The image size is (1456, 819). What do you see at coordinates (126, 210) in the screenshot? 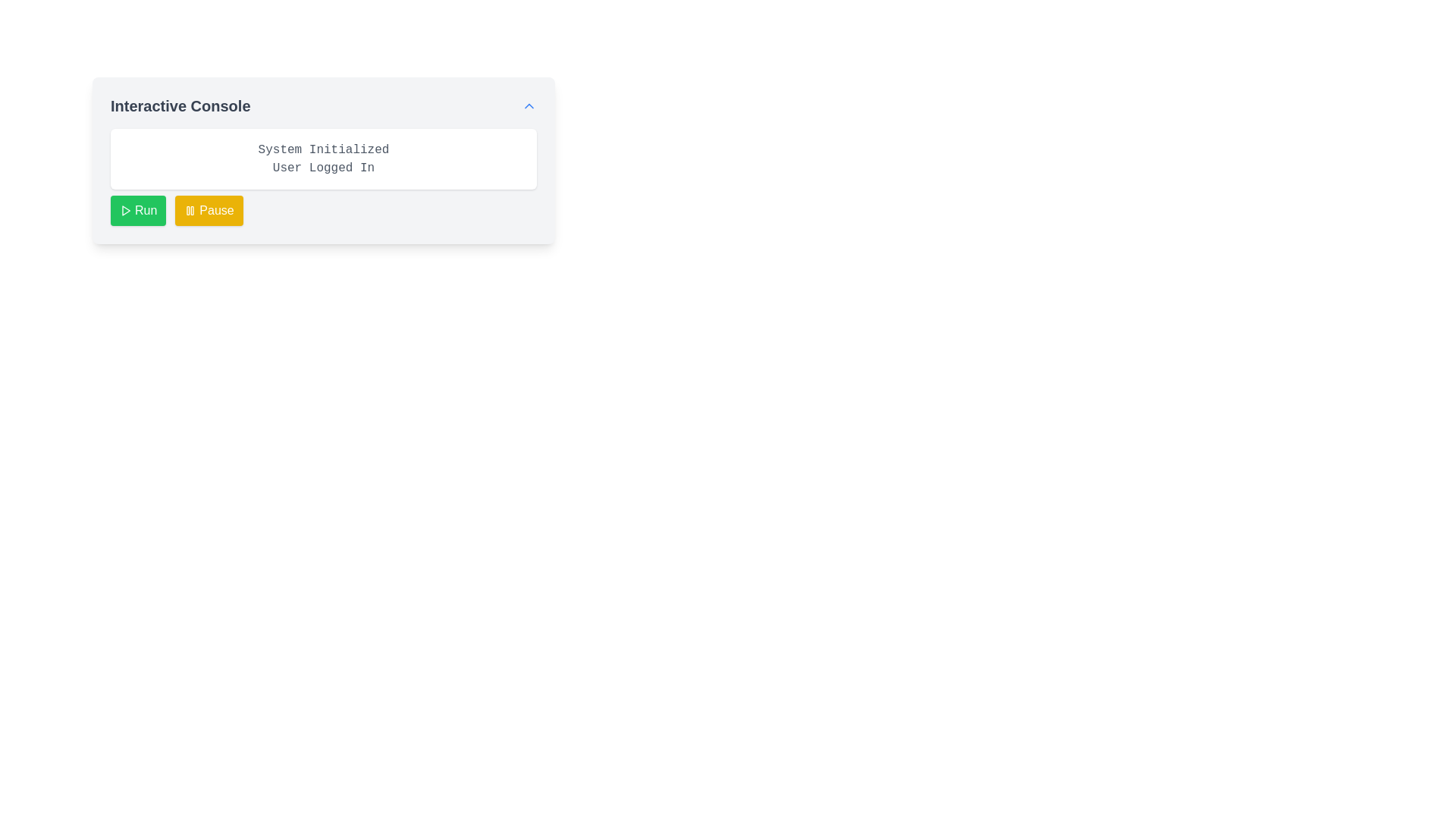
I see `the SVG-based icon that represents the action of running or starting a process, located to the left of the 'Run' text label` at bounding box center [126, 210].